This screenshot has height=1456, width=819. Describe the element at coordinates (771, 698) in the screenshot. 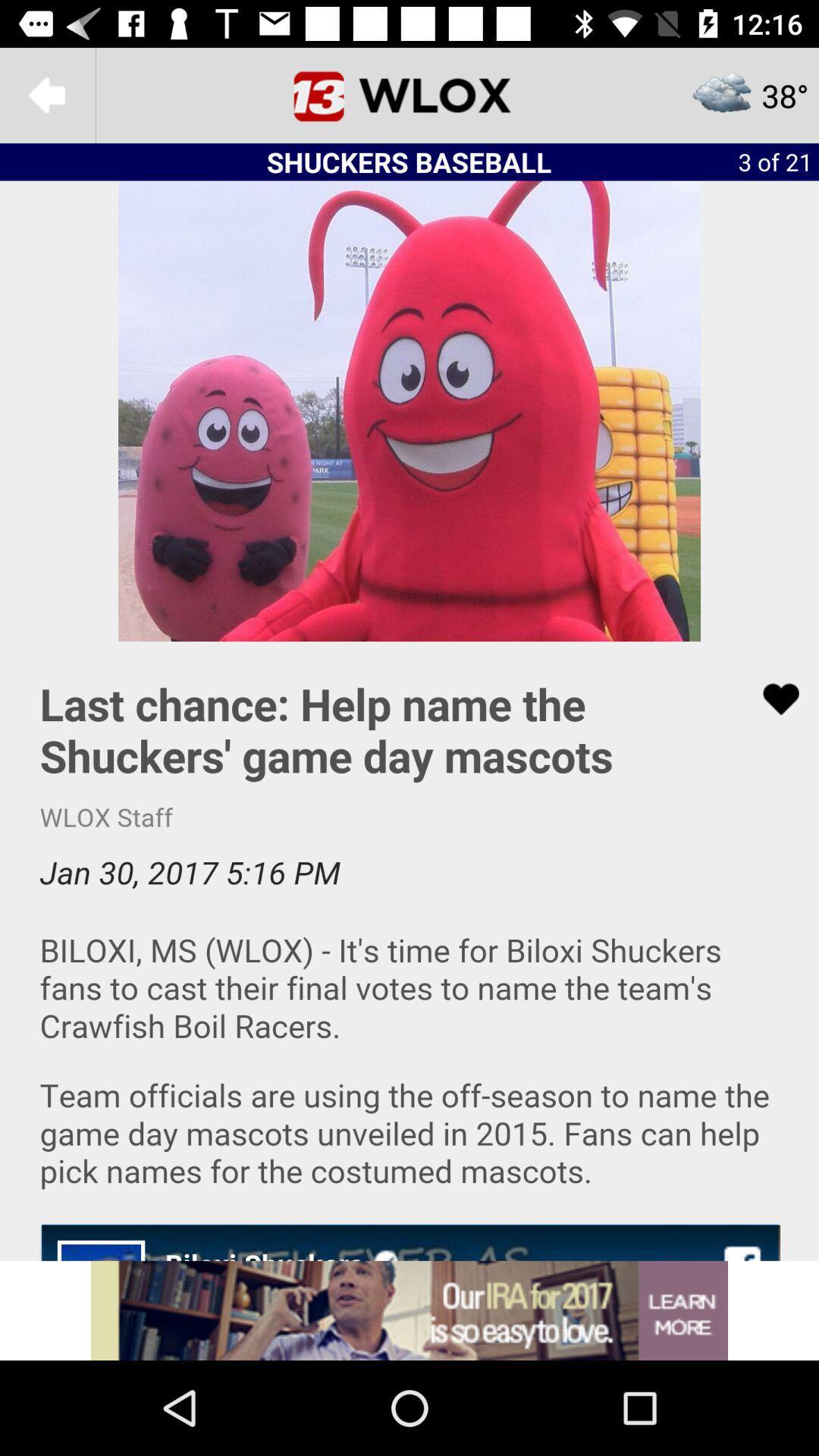

I see `like` at that location.